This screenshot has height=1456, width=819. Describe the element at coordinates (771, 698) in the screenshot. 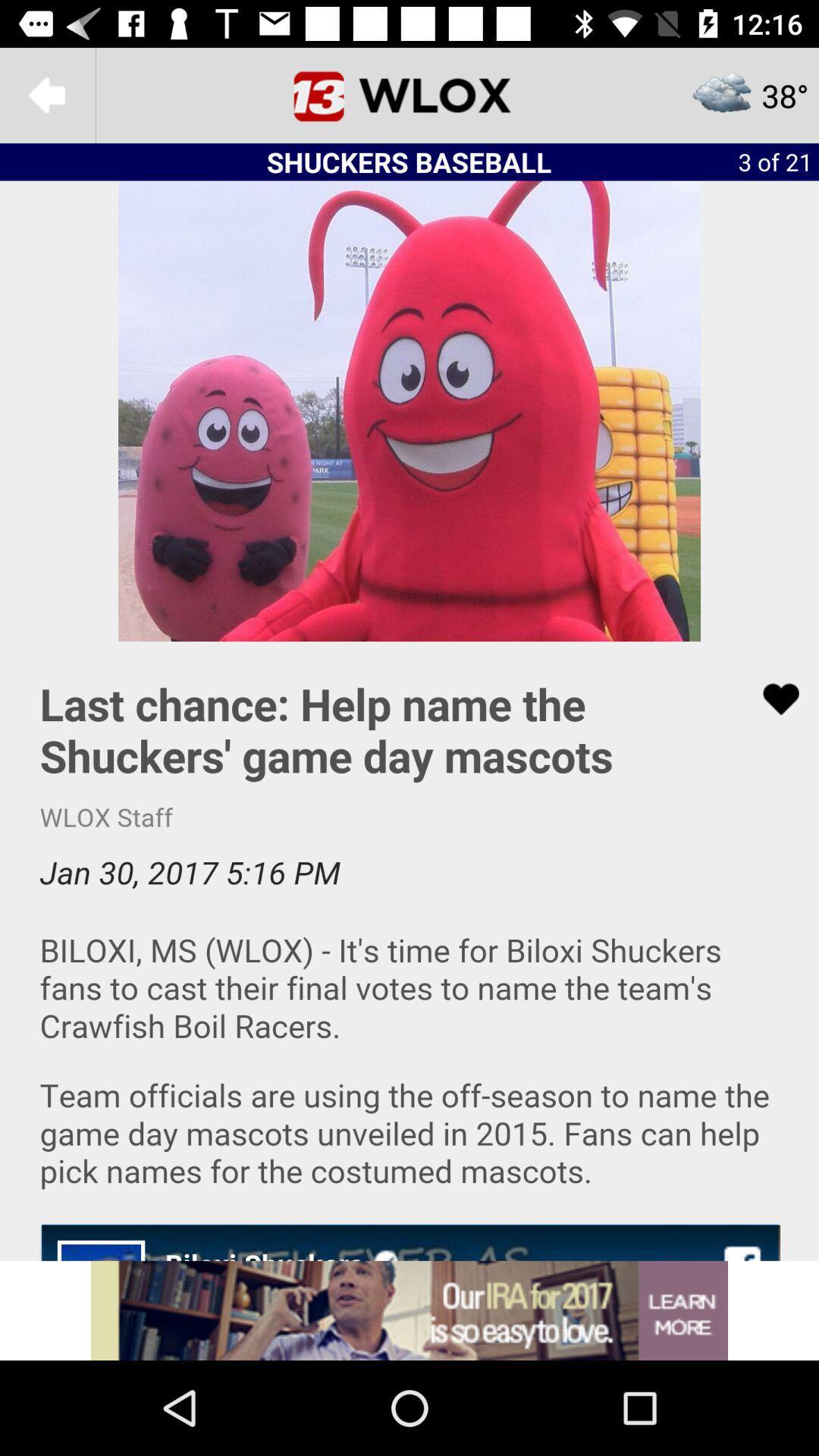

I see `like` at that location.